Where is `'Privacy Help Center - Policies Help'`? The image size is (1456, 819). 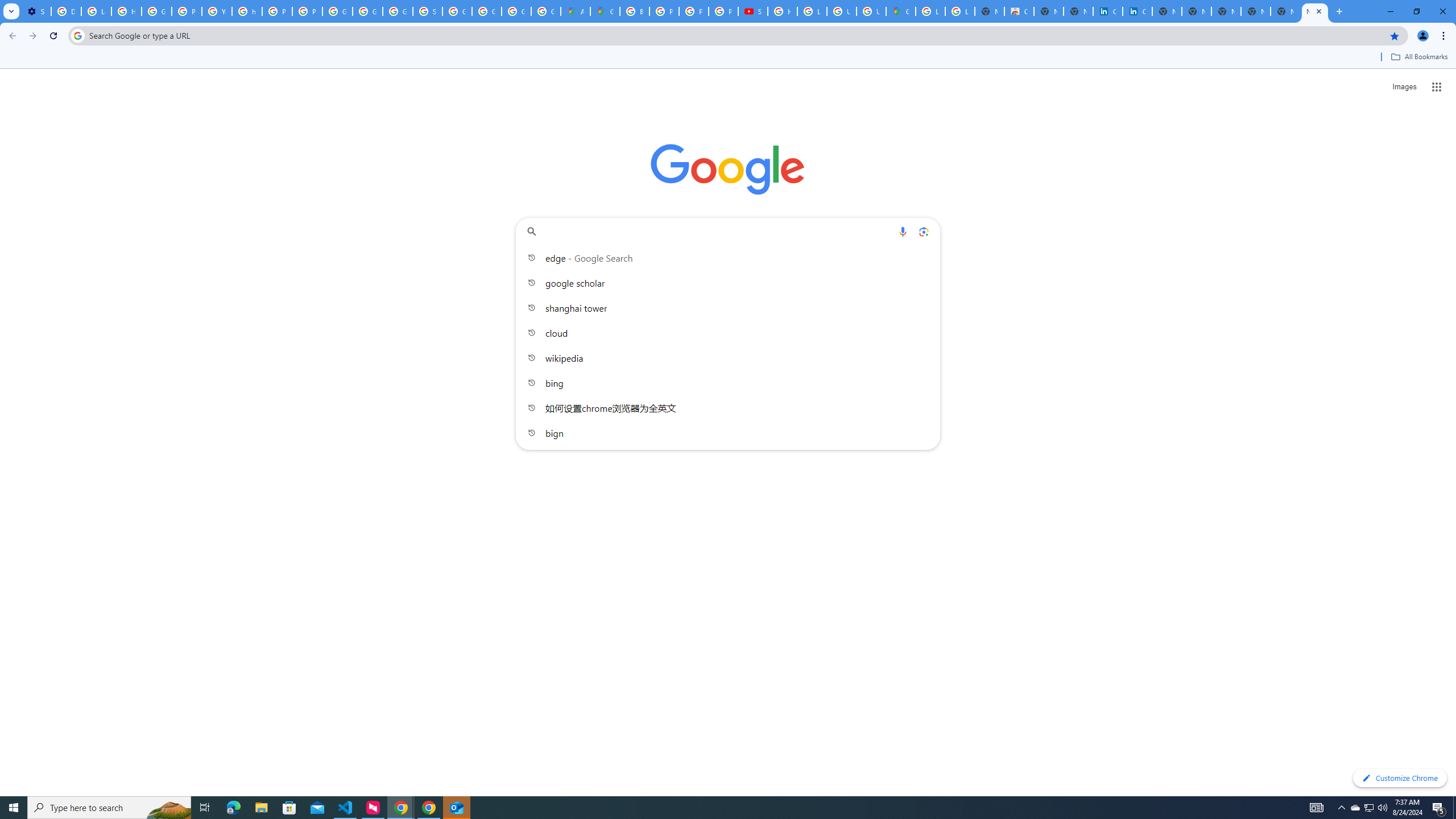 'Privacy Help Center - Policies Help' is located at coordinates (693, 11).